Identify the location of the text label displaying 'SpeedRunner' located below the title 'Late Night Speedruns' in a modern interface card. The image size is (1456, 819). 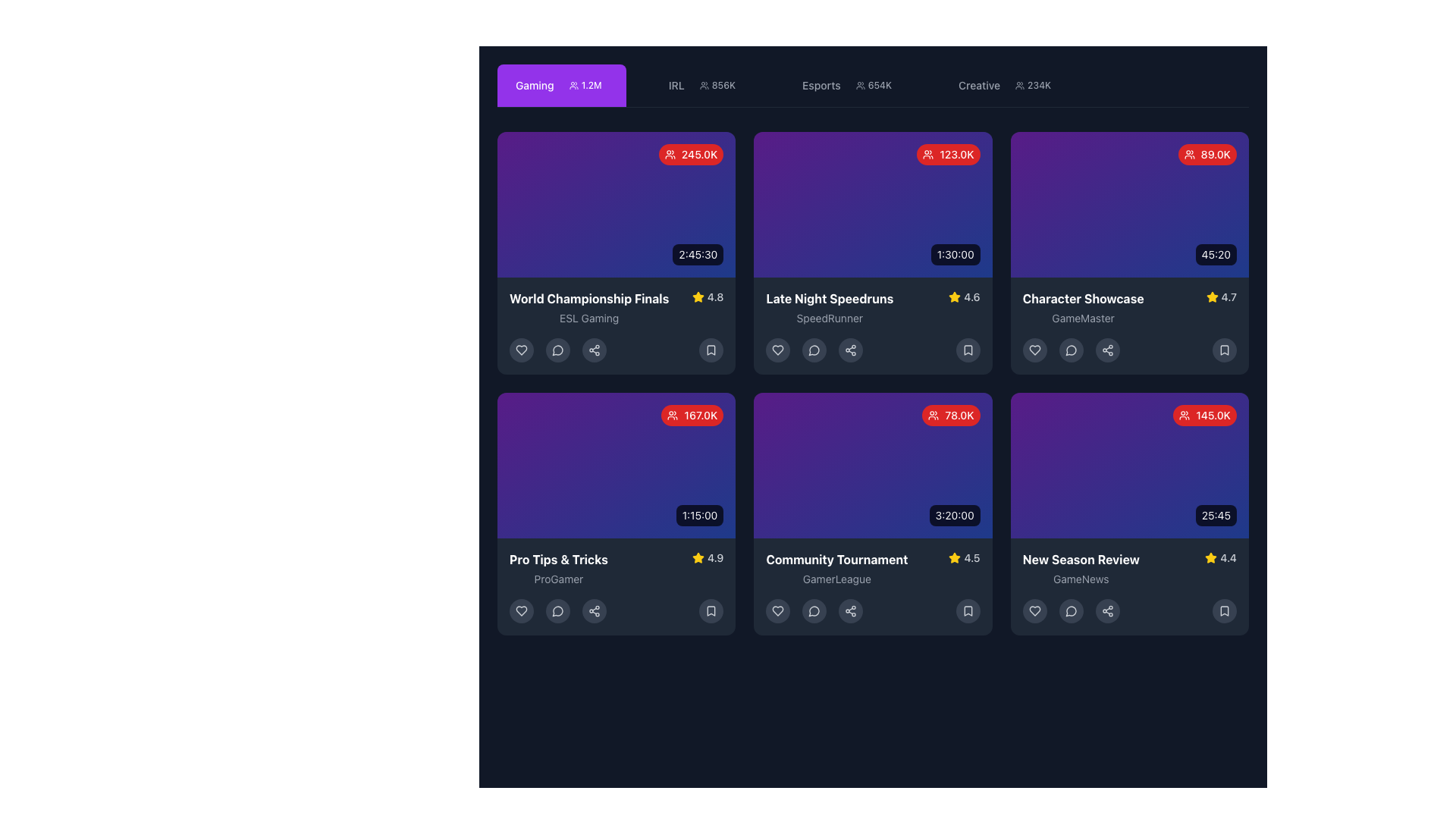
(829, 318).